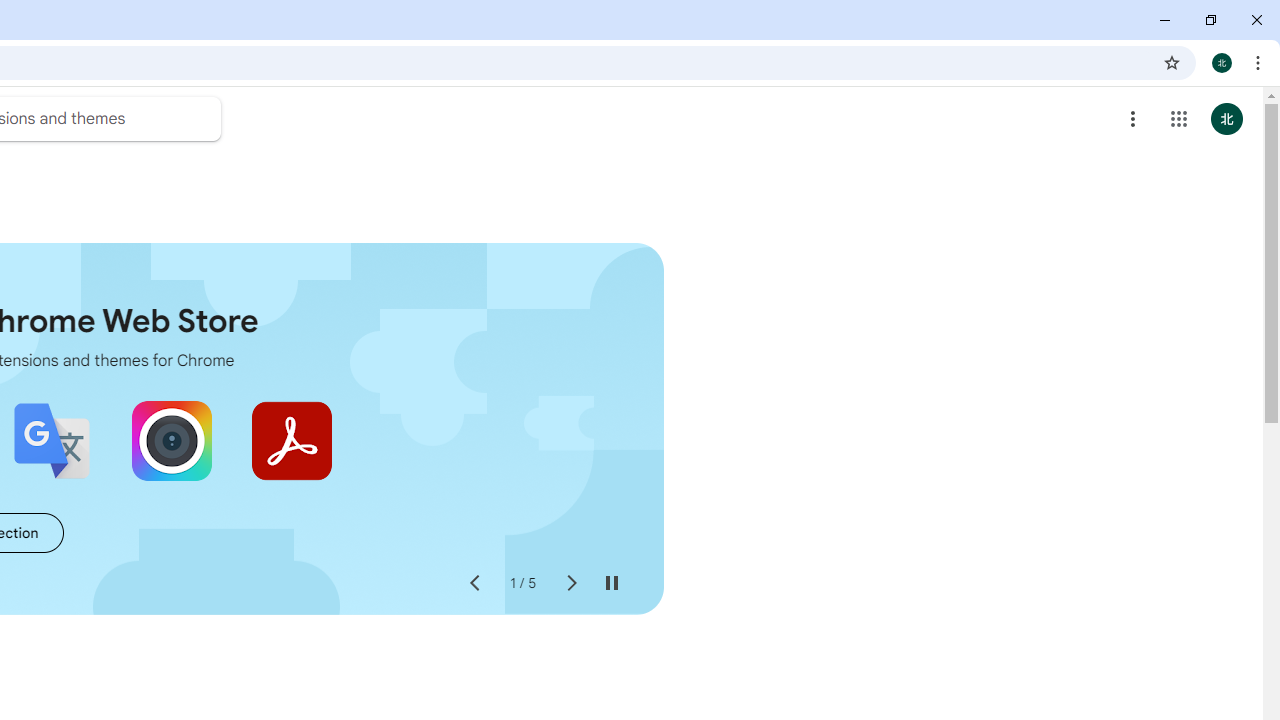  What do you see at coordinates (610, 583) in the screenshot?
I see `'Pause auto-play'` at bounding box center [610, 583].